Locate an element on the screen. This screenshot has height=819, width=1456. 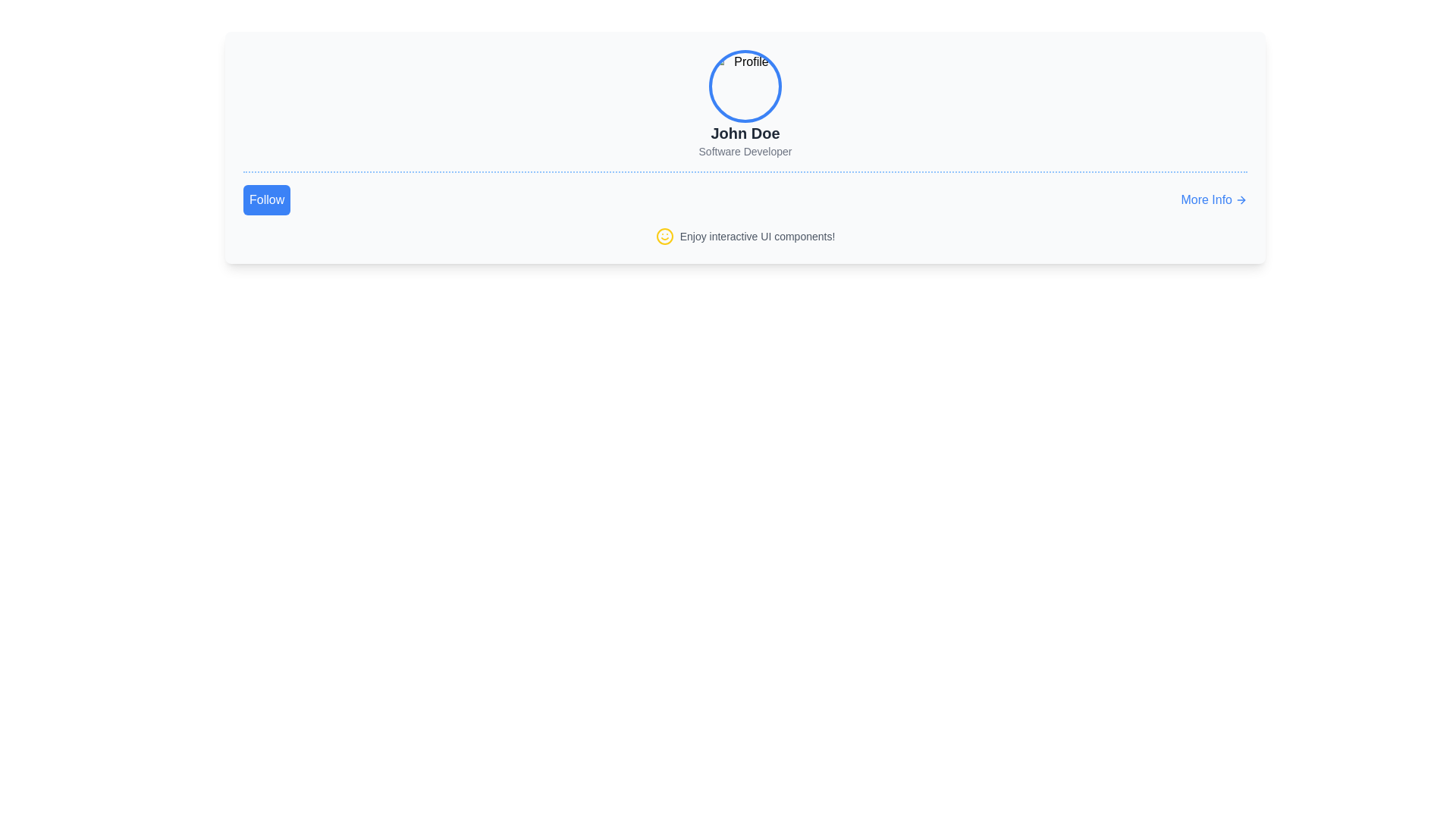
the right-pointing chevron arrow icon, which is styled in blue and is located immediately to the right of the 'More Info' text is located at coordinates (1241, 199).